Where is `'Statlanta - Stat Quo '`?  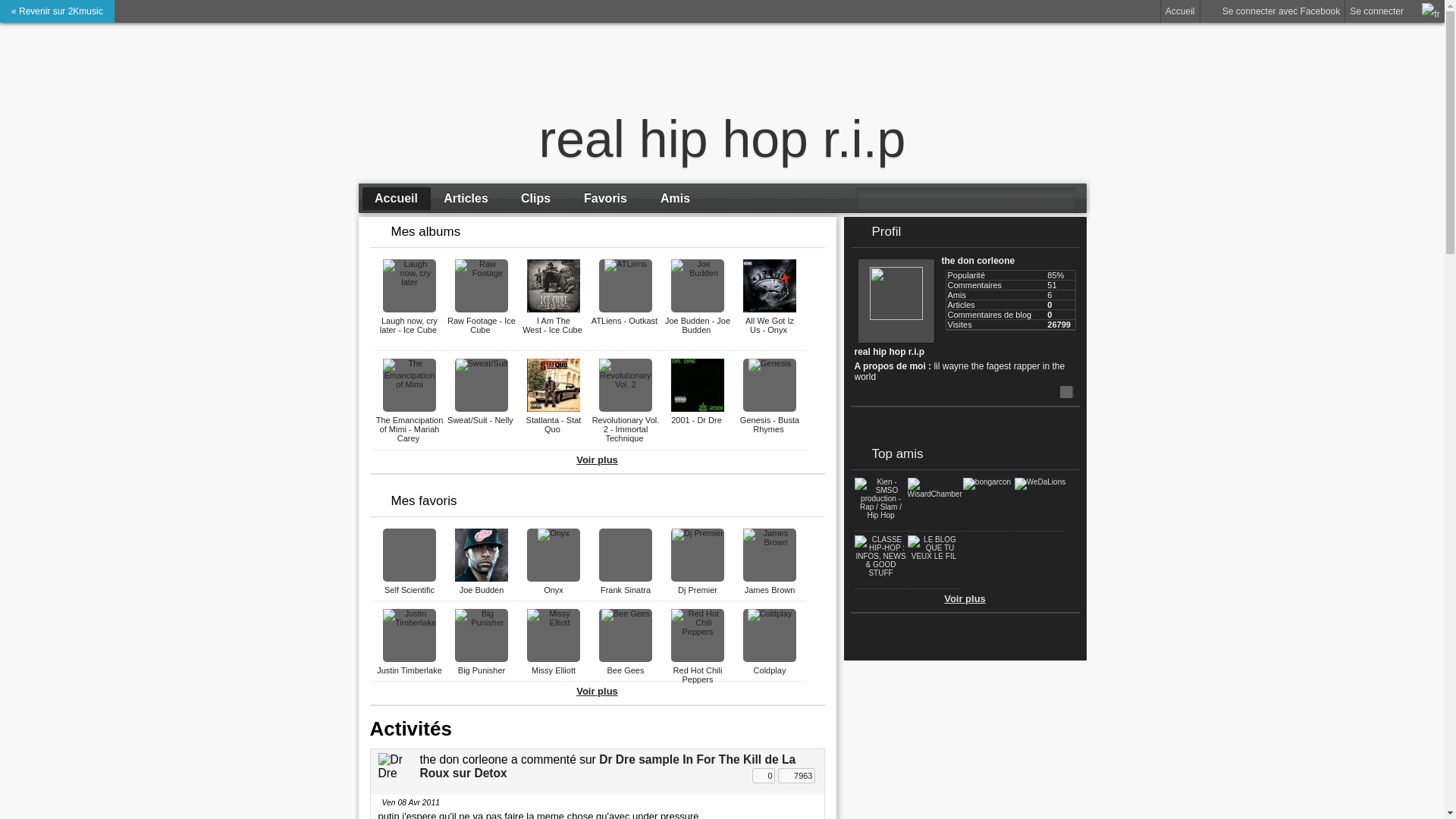
'Statlanta - Stat Quo ' is located at coordinates (553, 424).